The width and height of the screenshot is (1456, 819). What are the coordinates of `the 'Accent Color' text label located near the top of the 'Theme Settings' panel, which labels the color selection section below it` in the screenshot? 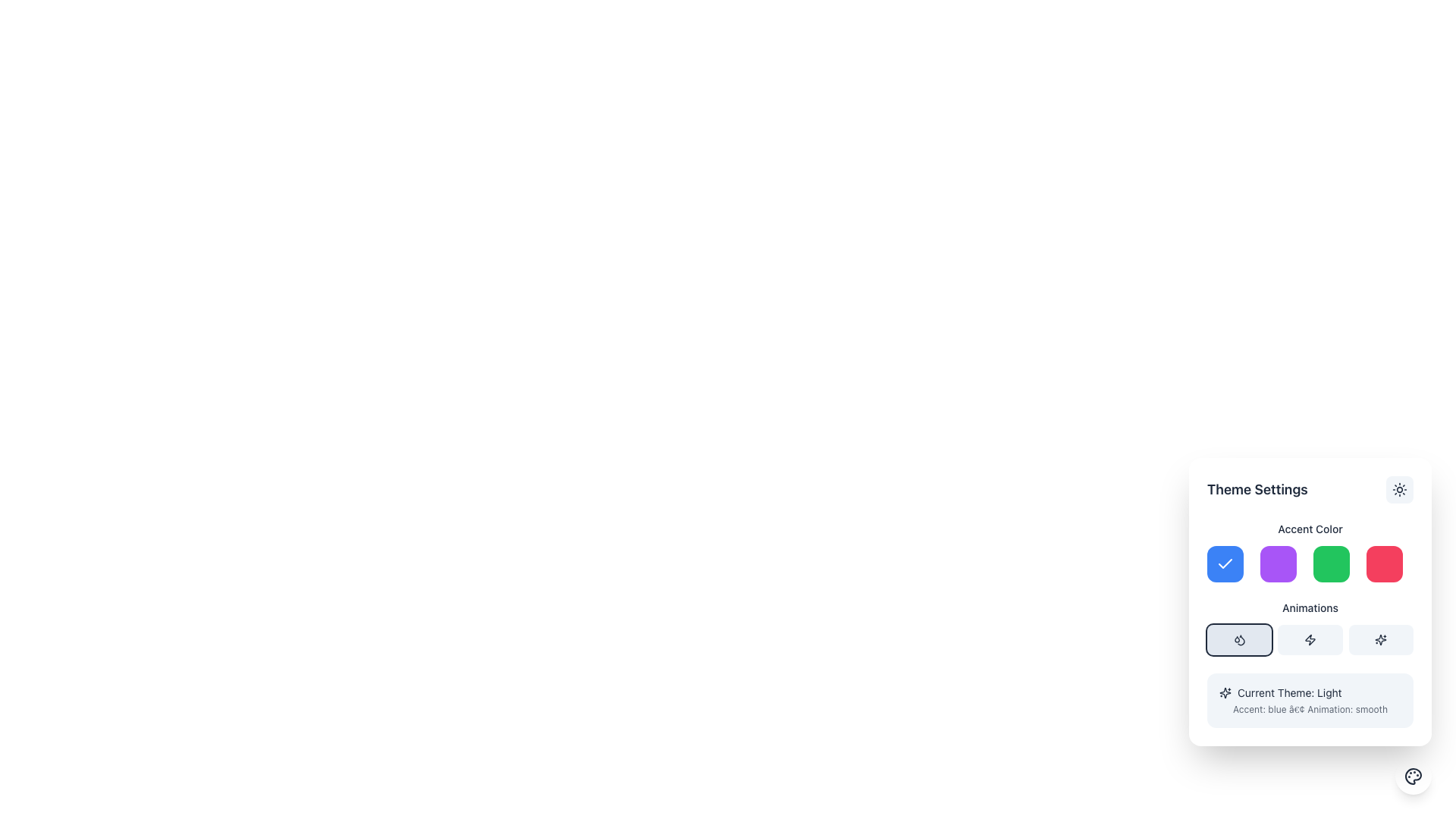 It's located at (1310, 529).